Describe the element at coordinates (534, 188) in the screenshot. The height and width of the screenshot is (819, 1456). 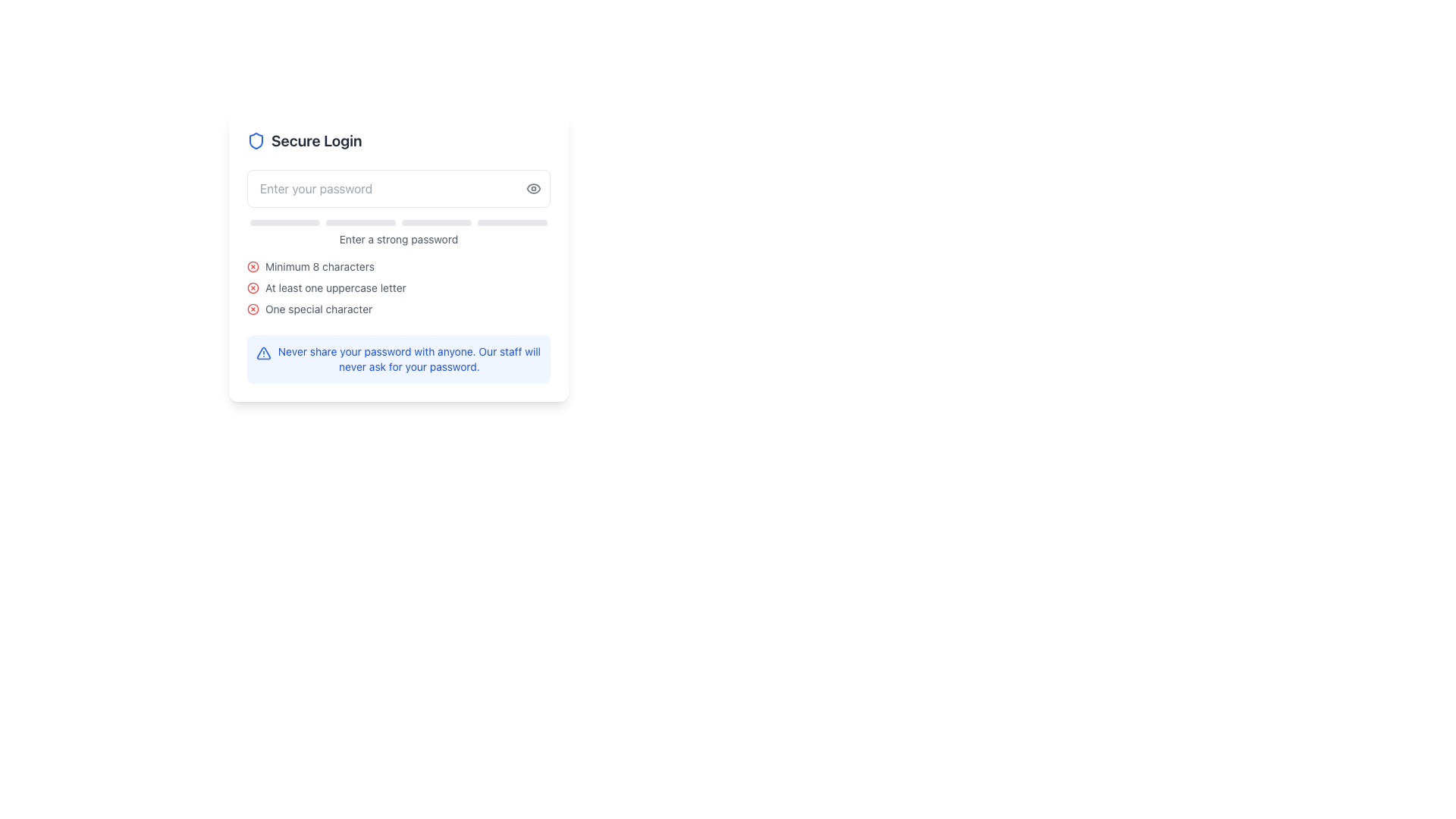
I see `the eye-shaped icon button used for toggling password visibility, located at the far right side of the password input field` at that location.